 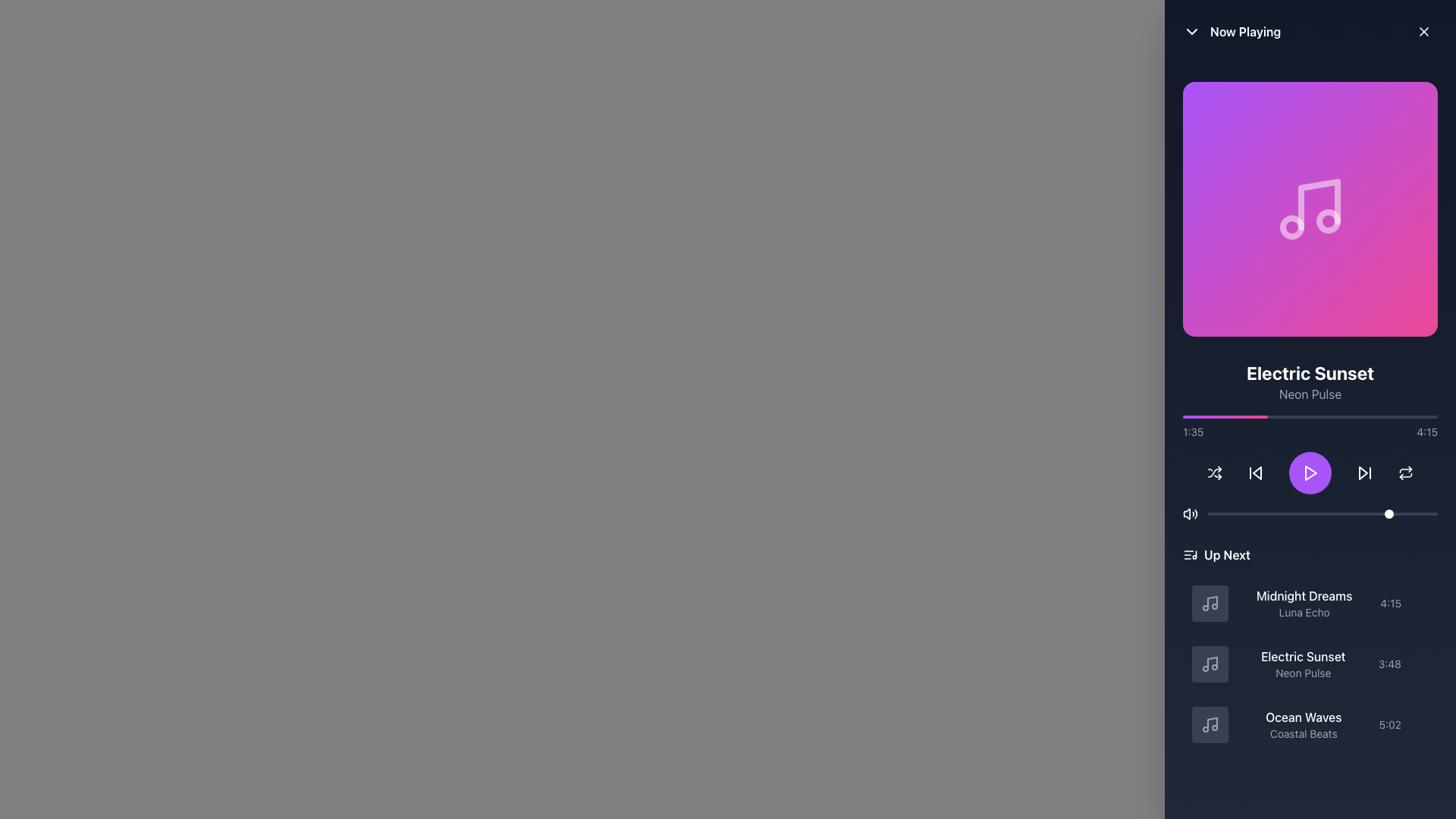 What do you see at coordinates (1215, 472) in the screenshot?
I see `the shuffle icon, which resembles two crossed arrows and is the first button in a row of control buttons below the progress bar` at bounding box center [1215, 472].